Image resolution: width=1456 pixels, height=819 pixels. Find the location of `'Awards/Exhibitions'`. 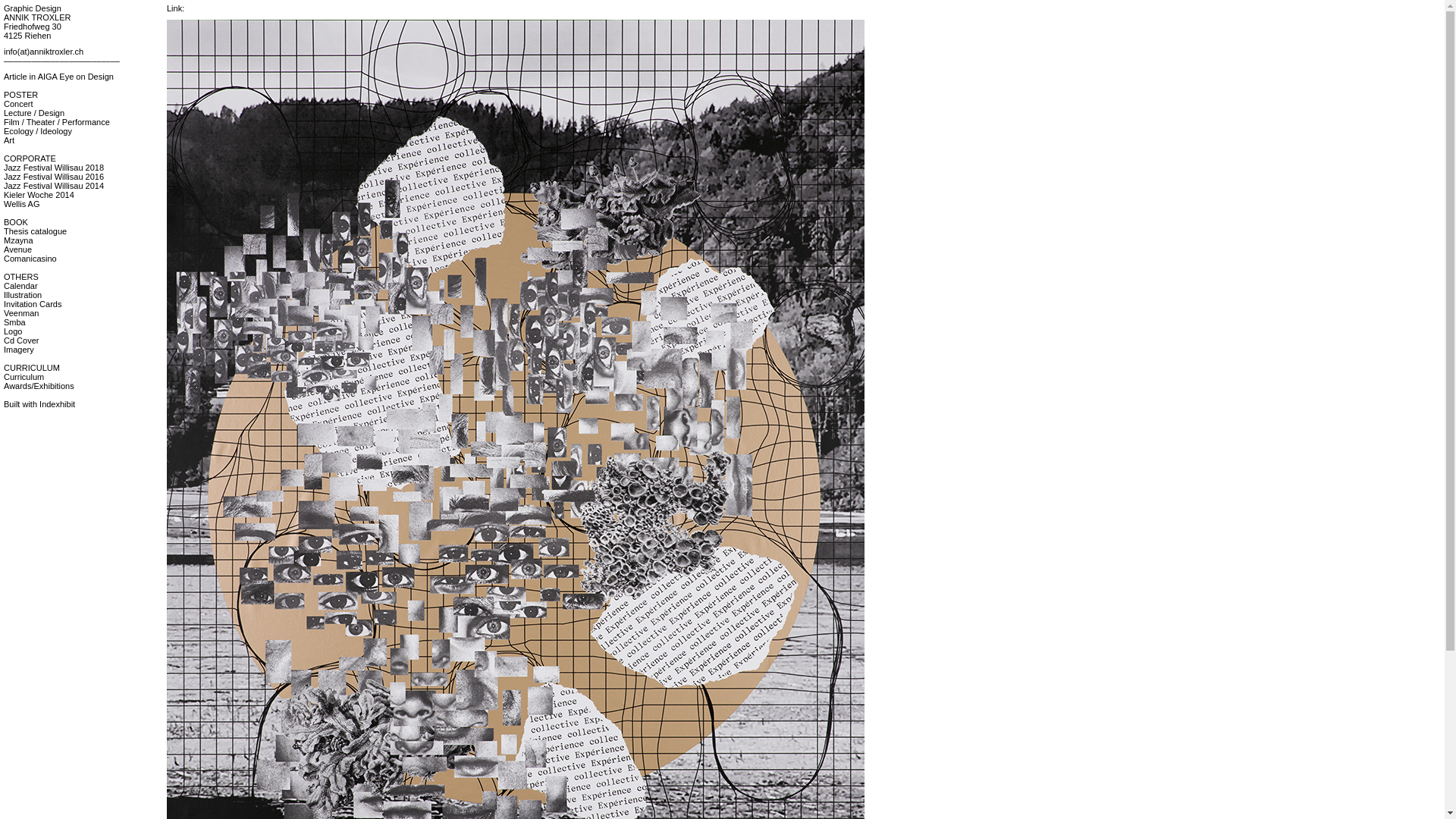

'Awards/Exhibitions' is located at coordinates (39, 385).